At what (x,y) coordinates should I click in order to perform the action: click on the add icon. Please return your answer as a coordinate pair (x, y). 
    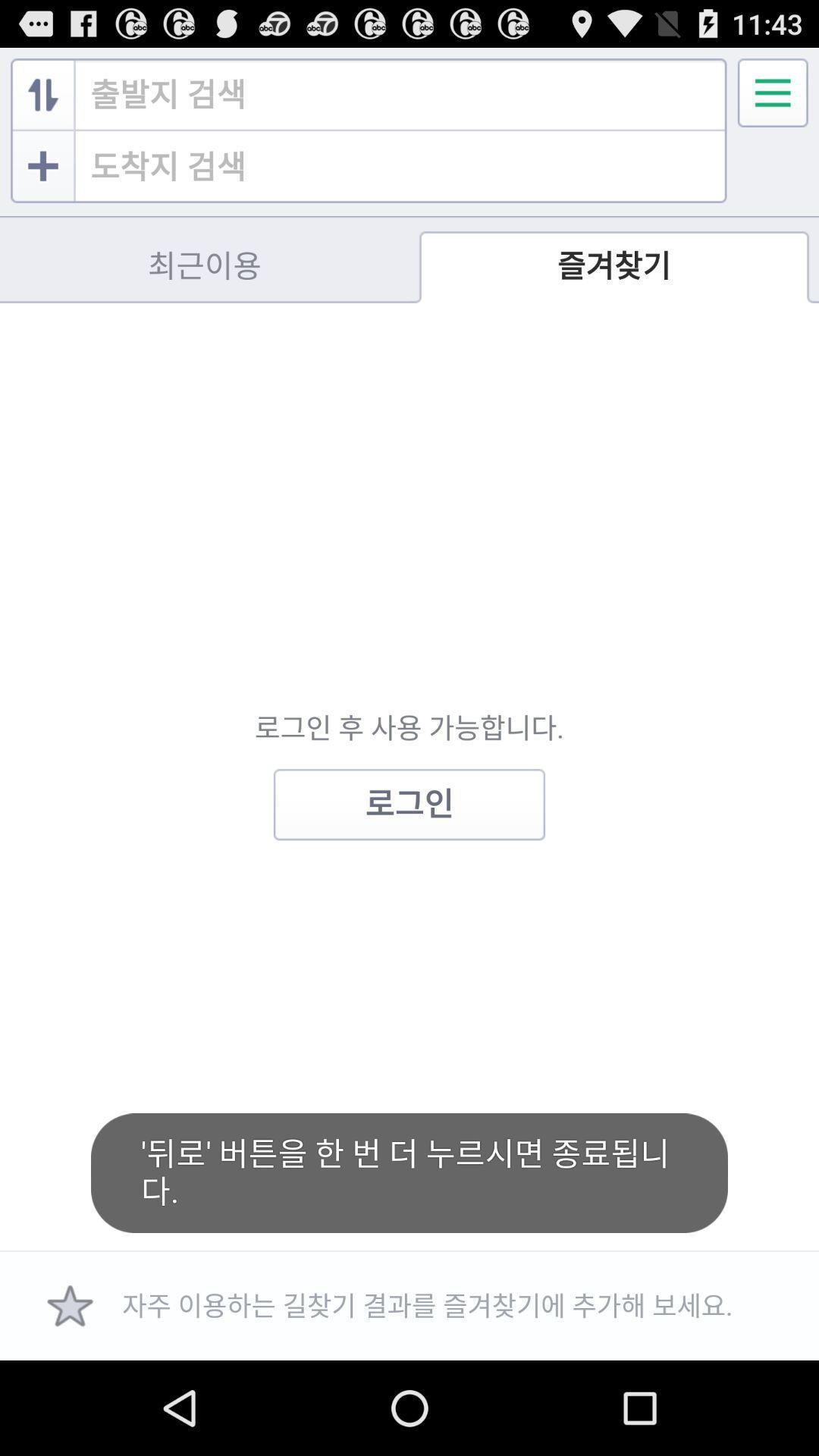
    Looking at the image, I should click on (42, 178).